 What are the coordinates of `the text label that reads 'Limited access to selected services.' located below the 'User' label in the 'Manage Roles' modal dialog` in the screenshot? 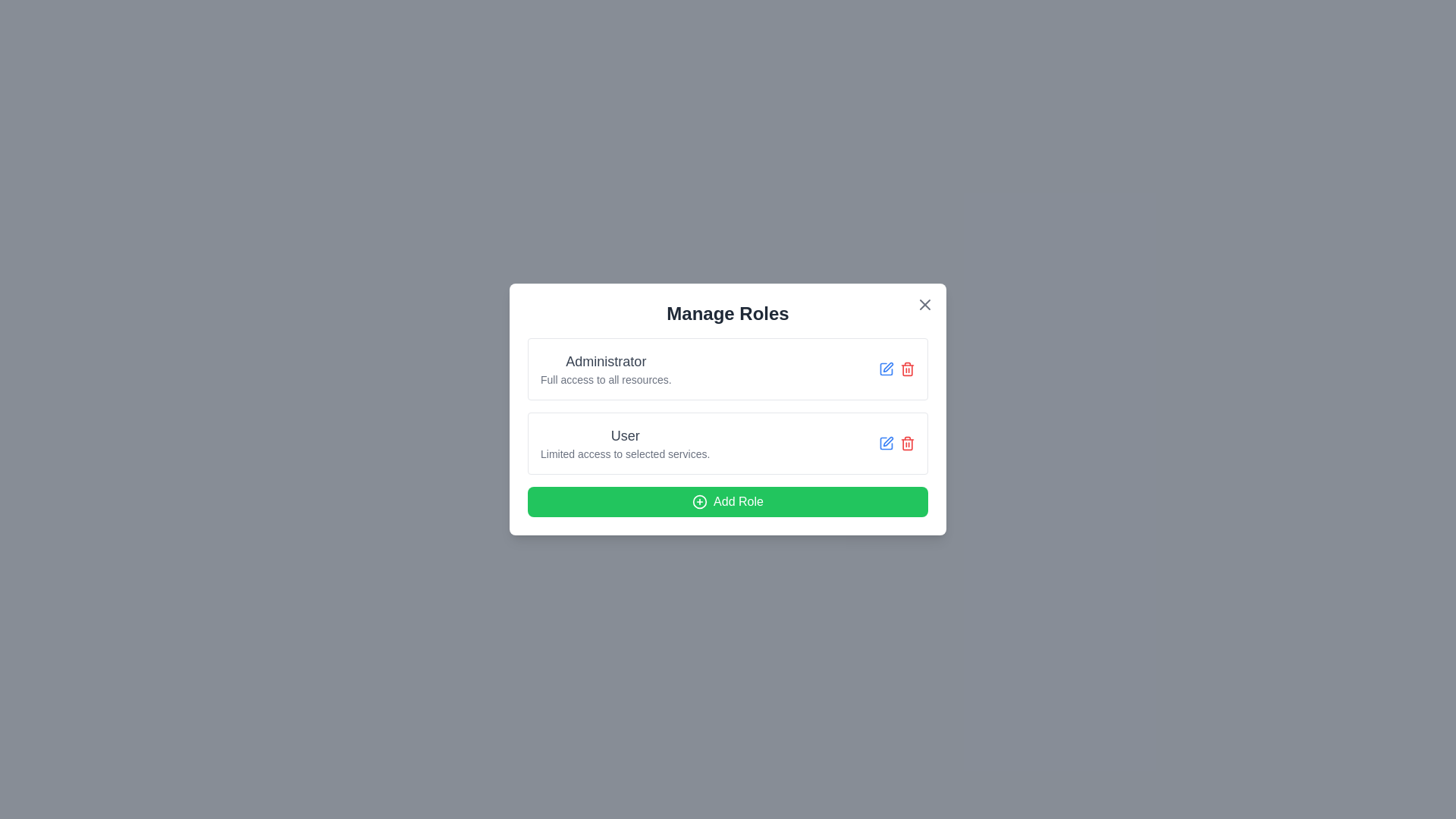 It's located at (625, 453).